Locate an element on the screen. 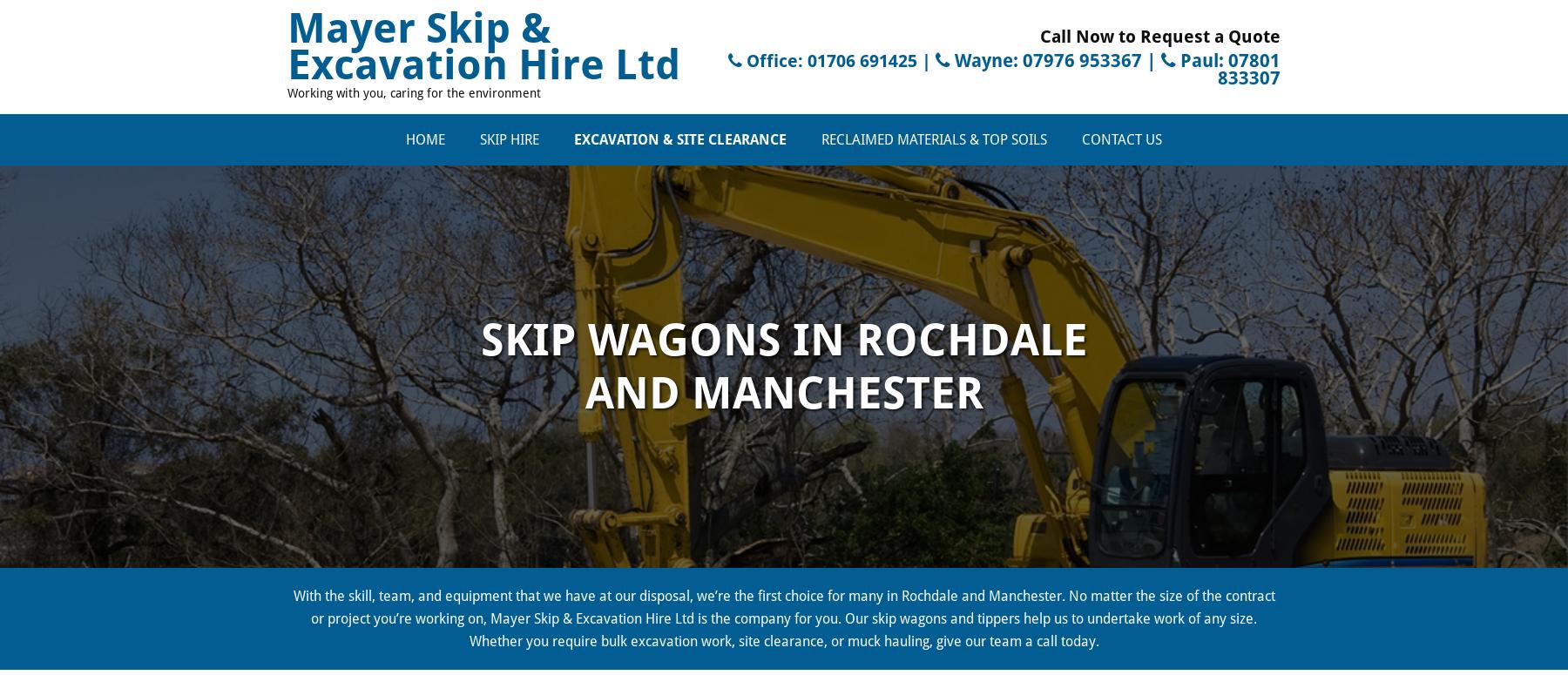  'Skip Hire' is located at coordinates (510, 138).